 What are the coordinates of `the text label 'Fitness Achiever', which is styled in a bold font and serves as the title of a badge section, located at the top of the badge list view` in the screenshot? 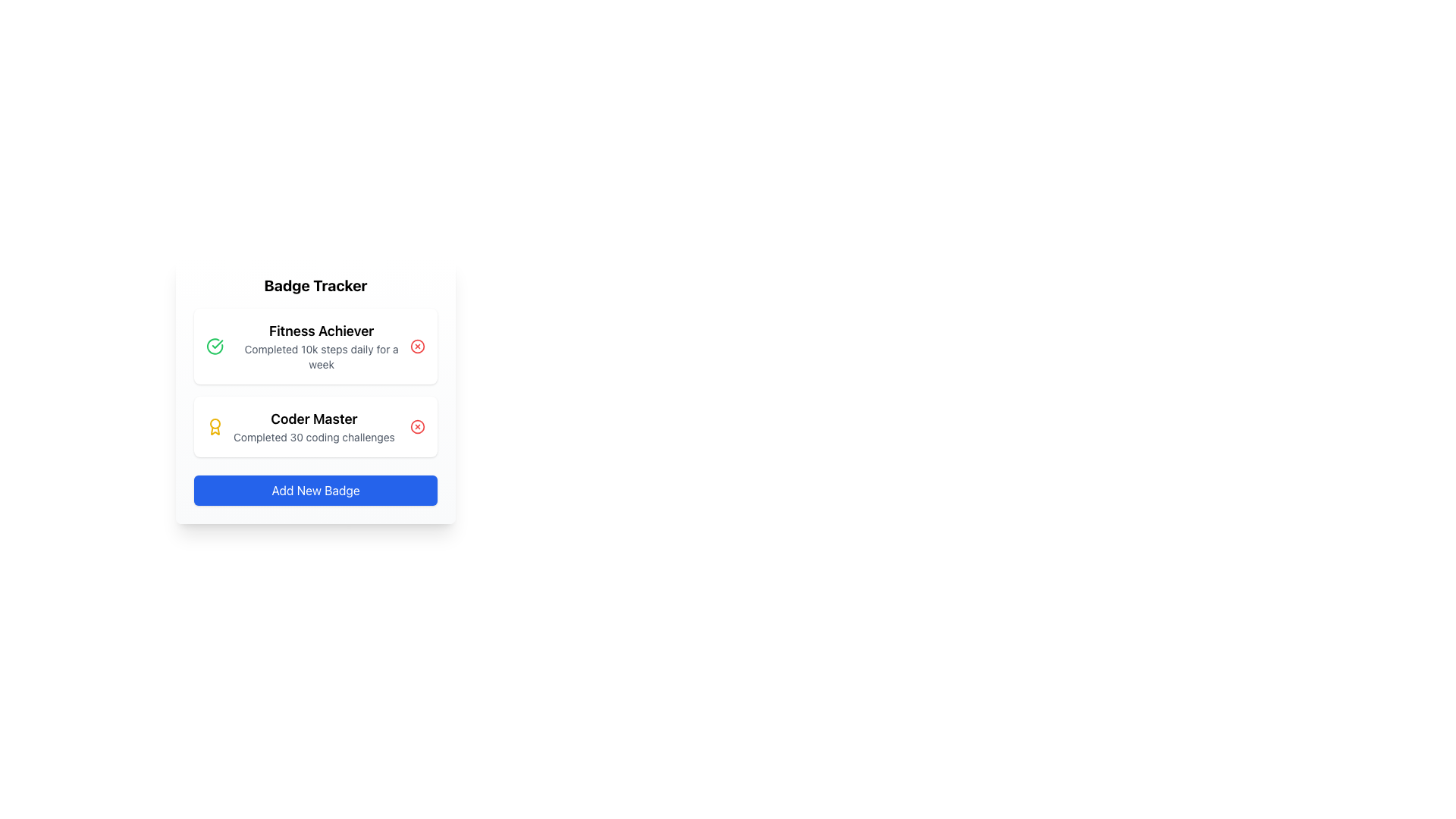 It's located at (321, 330).